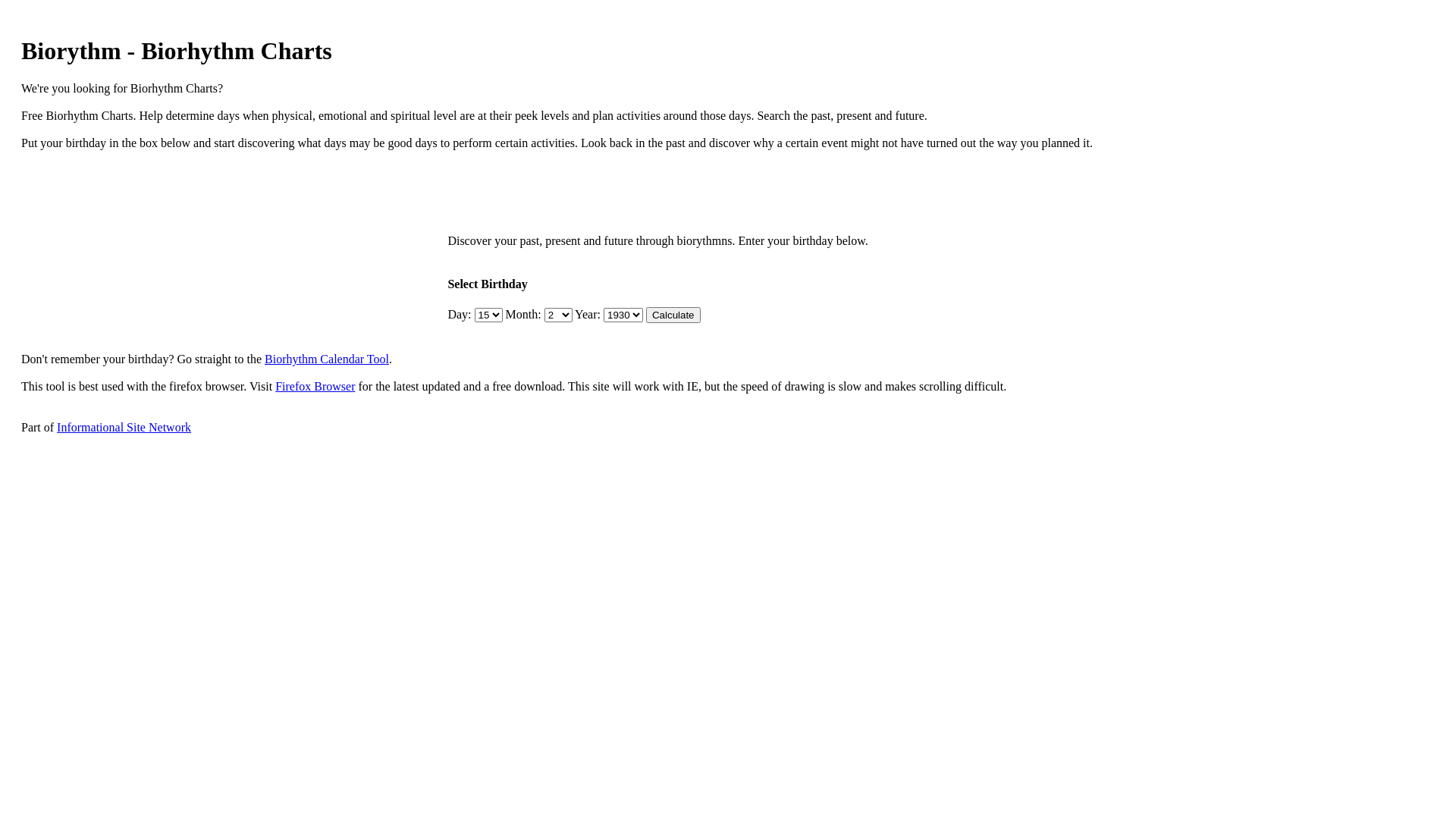  Describe the element at coordinates (326, 359) in the screenshot. I see `'Biorhythm Calendar Tool'` at that location.